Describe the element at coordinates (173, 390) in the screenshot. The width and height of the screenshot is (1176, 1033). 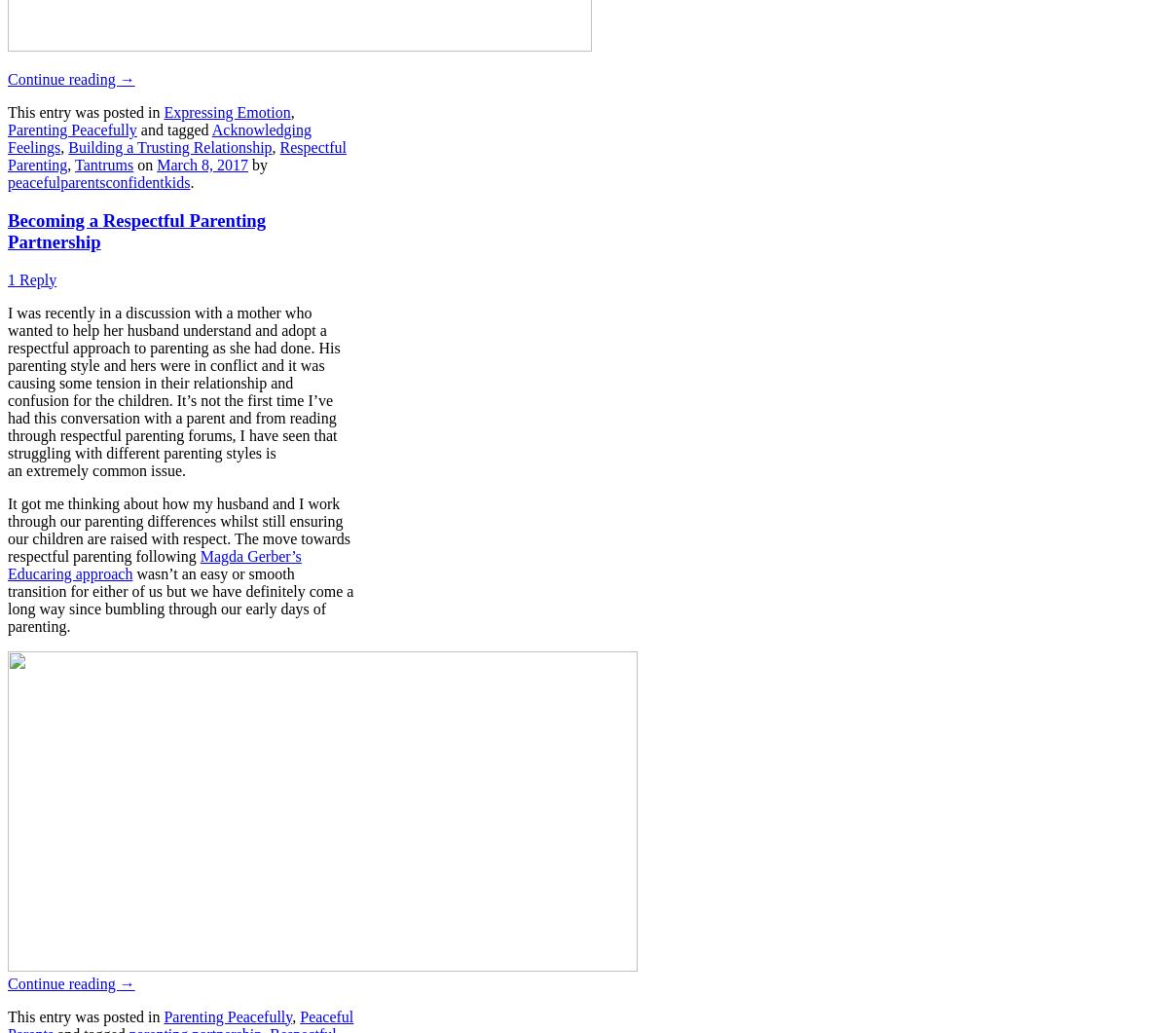
I see `'I was recently in a discussion with a mother who wanted to help her husband understand and adopt a respectful approach to parenting as she had done. His parenting style and hers were in conflict and it was causing some tension in their relationship and confusion for the children. It’s not the first time I’ve had this conversation with a parent and from reading through respectful parenting forums, I have seen that struggling with different parenting styles is an extremely common issue.'` at that location.